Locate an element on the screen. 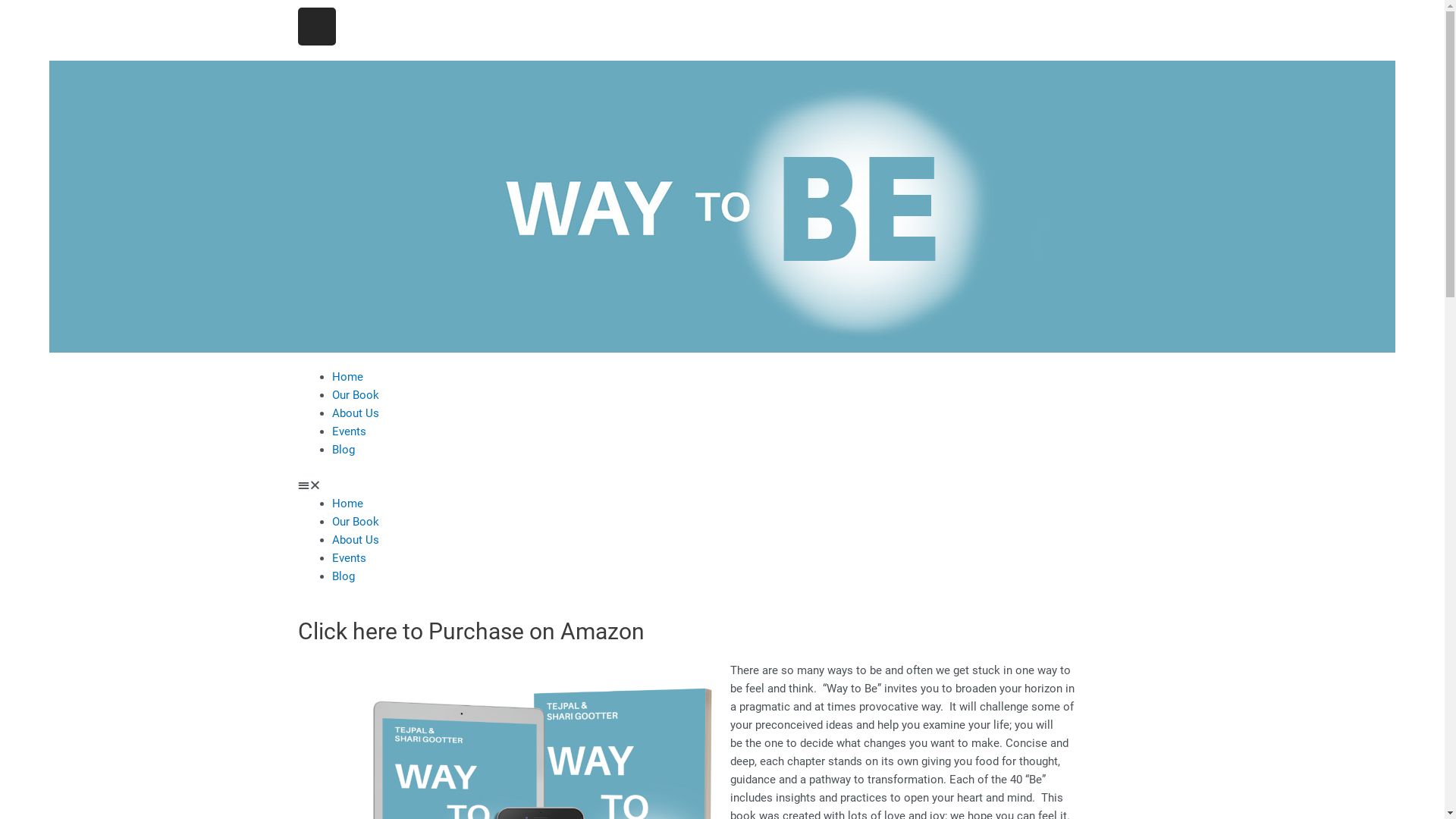  'Events' is located at coordinates (348, 431).